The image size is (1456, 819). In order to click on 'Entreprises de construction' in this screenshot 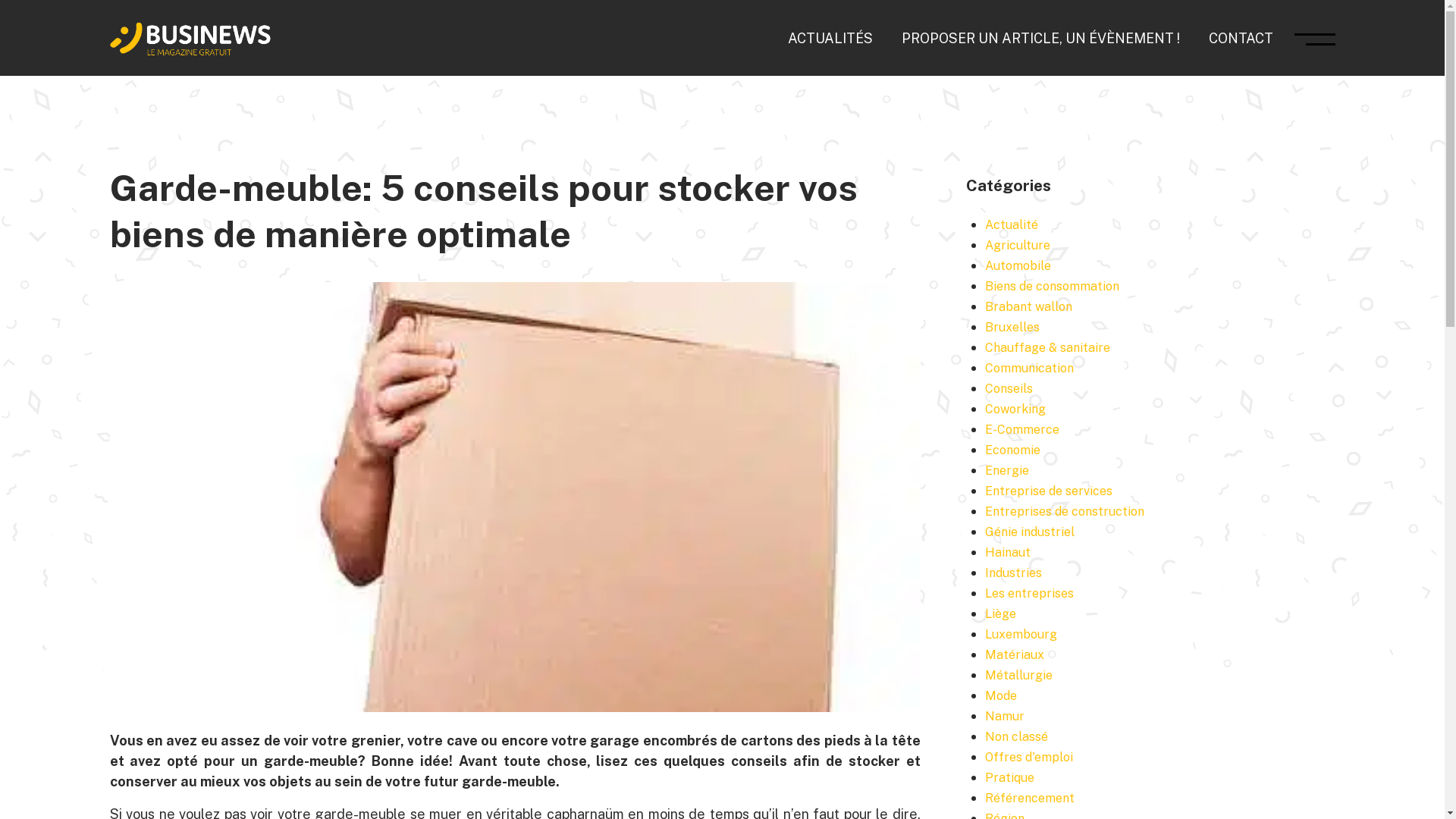, I will do `click(1063, 511)`.